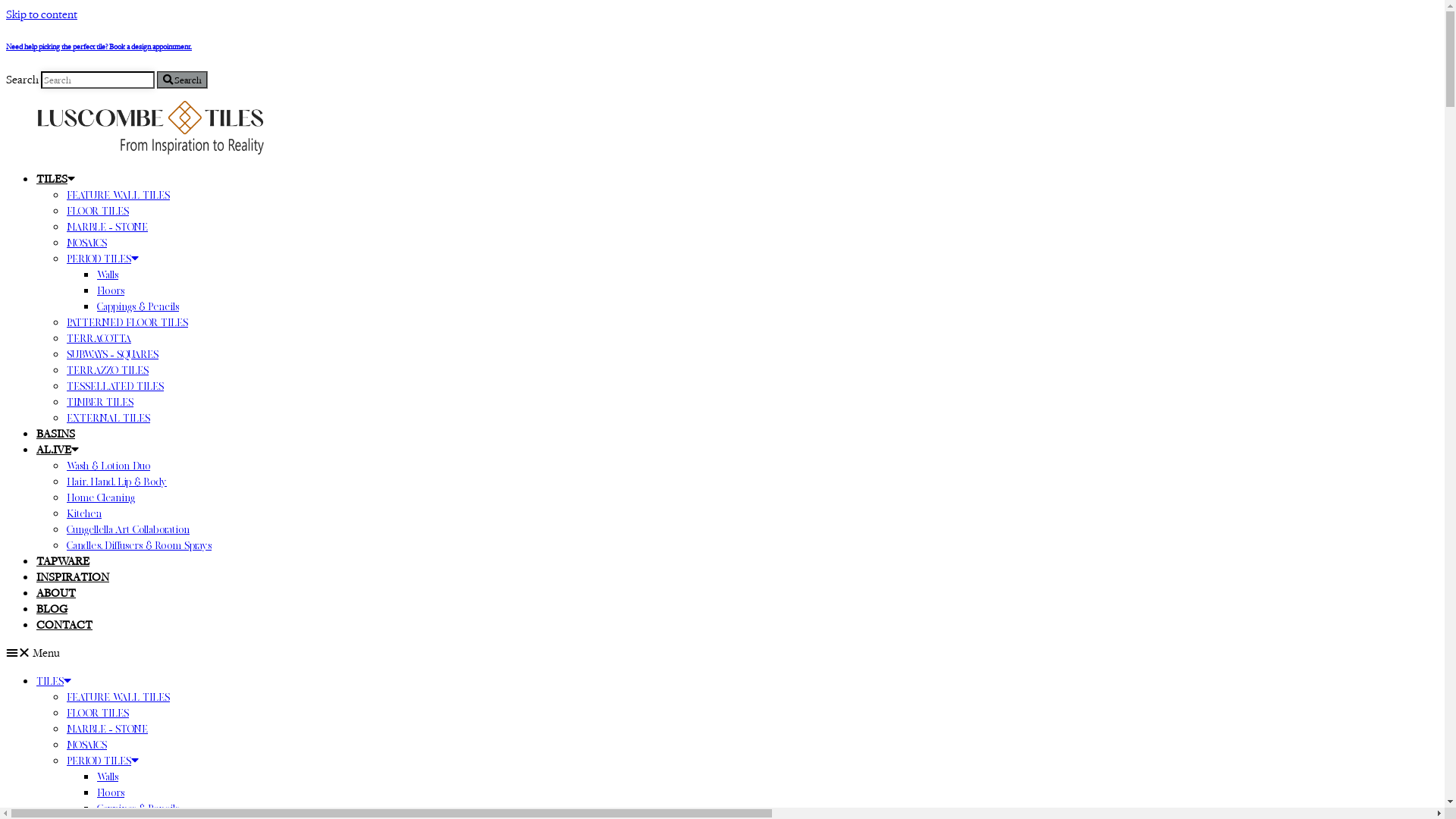 Image resolution: width=1456 pixels, height=819 pixels. I want to click on 'AL.IVE', so click(58, 448).